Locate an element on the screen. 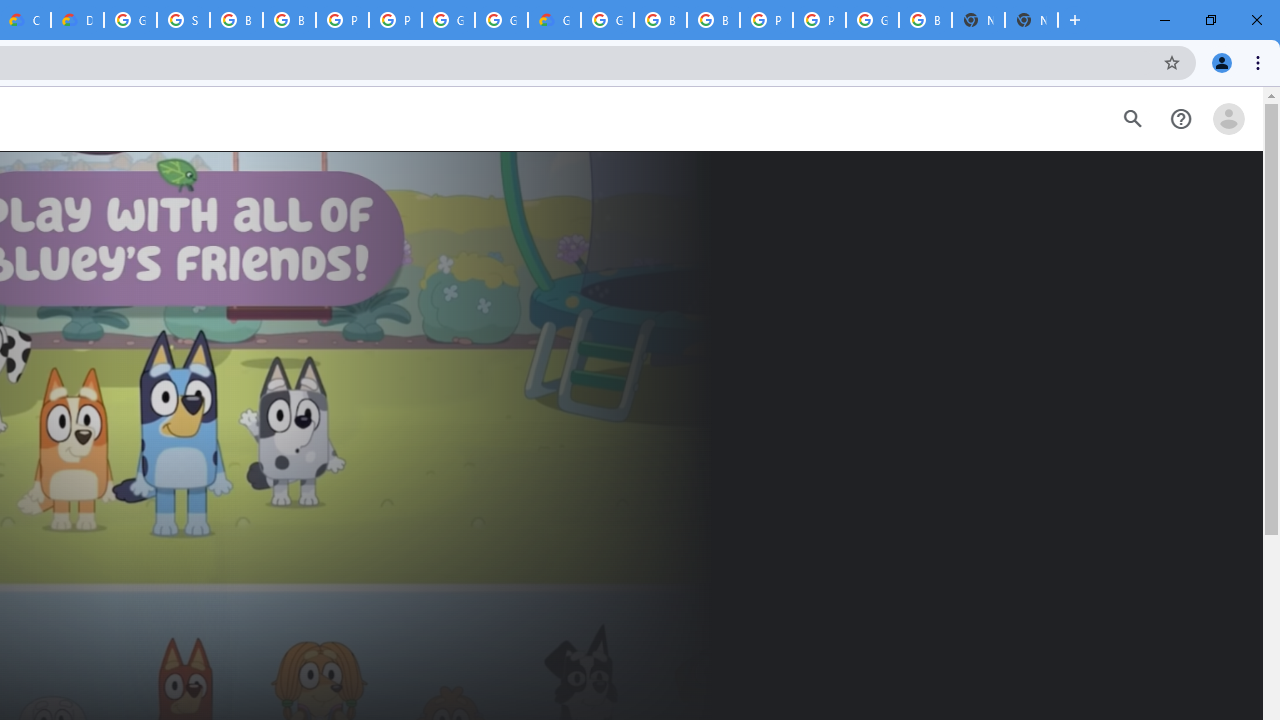 This screenshot has width=1280, height=720. 'Browse Chrome as a guest - Computer - Google Chrome Help' is located at coordinates (288, 20).